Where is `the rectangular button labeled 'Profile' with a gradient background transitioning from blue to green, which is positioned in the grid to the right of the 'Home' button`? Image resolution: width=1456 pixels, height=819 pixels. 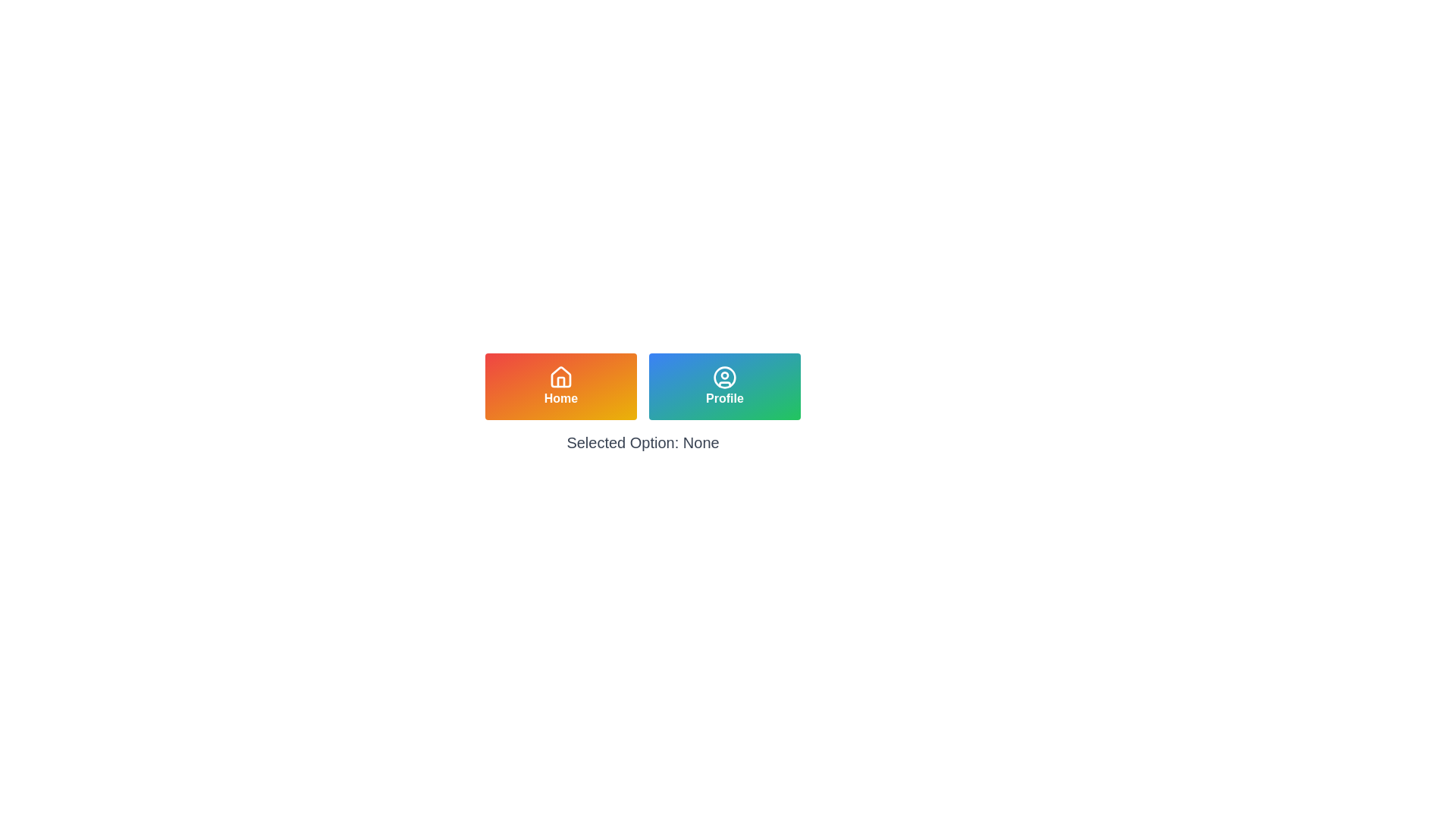 the rectangular button labeled 'Profile' with a gradient background transitioning from blue to green, which is positioned in the grid to the right of the 'Home' button is located at coordinates (723, 385).